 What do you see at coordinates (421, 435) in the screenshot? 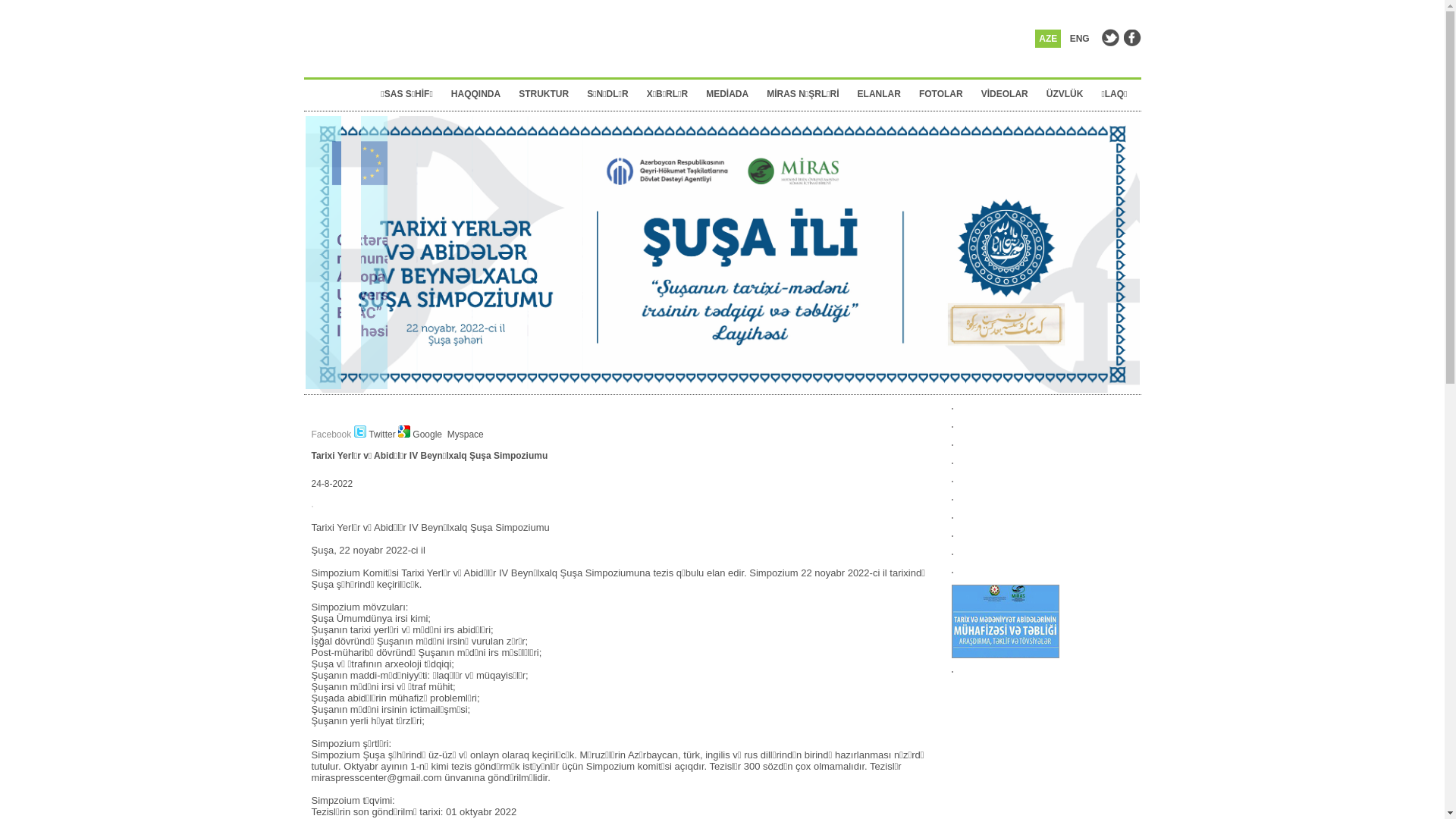
I see `'Google'` at bounding box center [421, 435].